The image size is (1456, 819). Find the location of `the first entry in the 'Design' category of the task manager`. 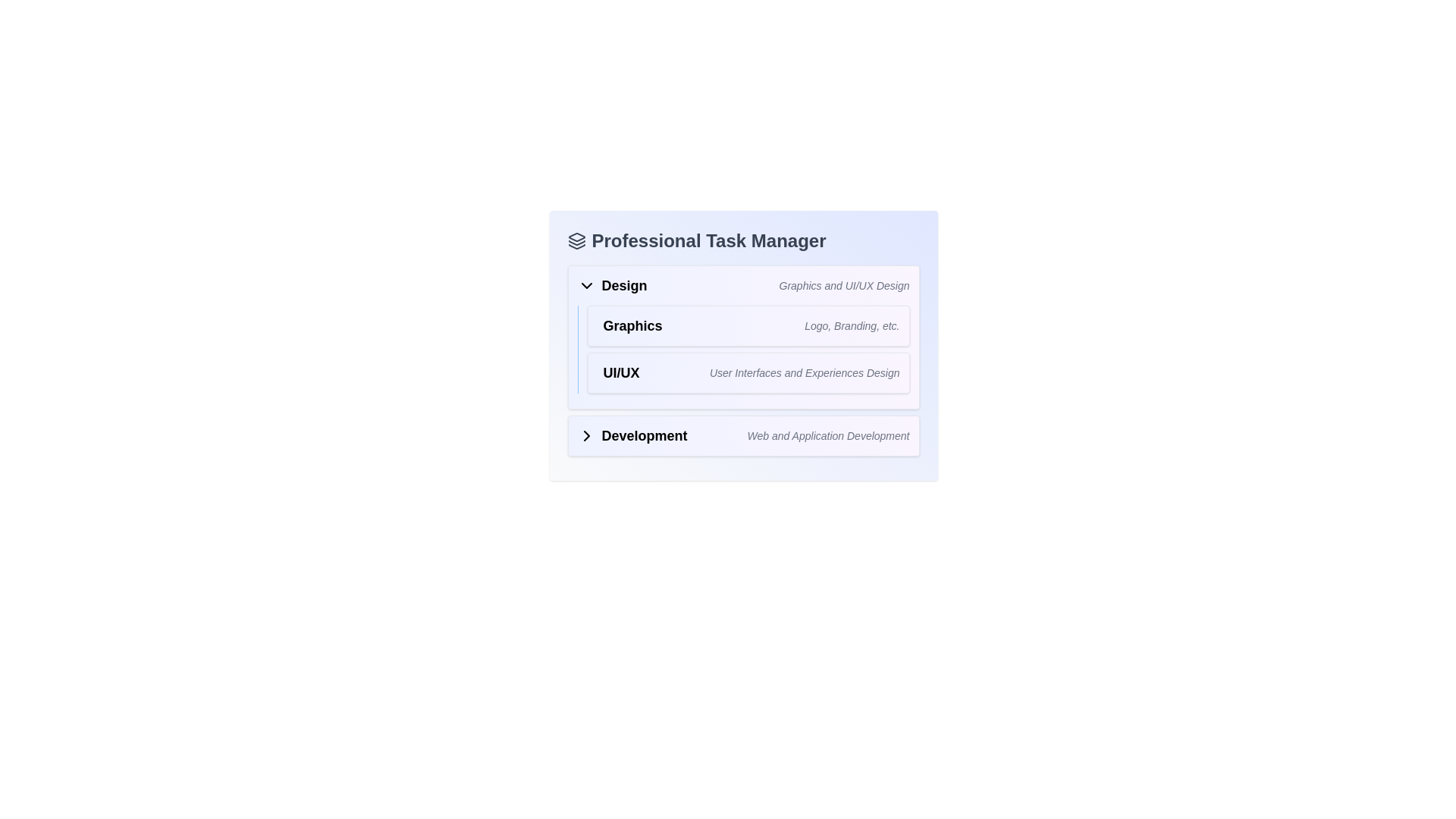

the first entry in the 'Design' category of the task manager is located at coordinates (748, 325).